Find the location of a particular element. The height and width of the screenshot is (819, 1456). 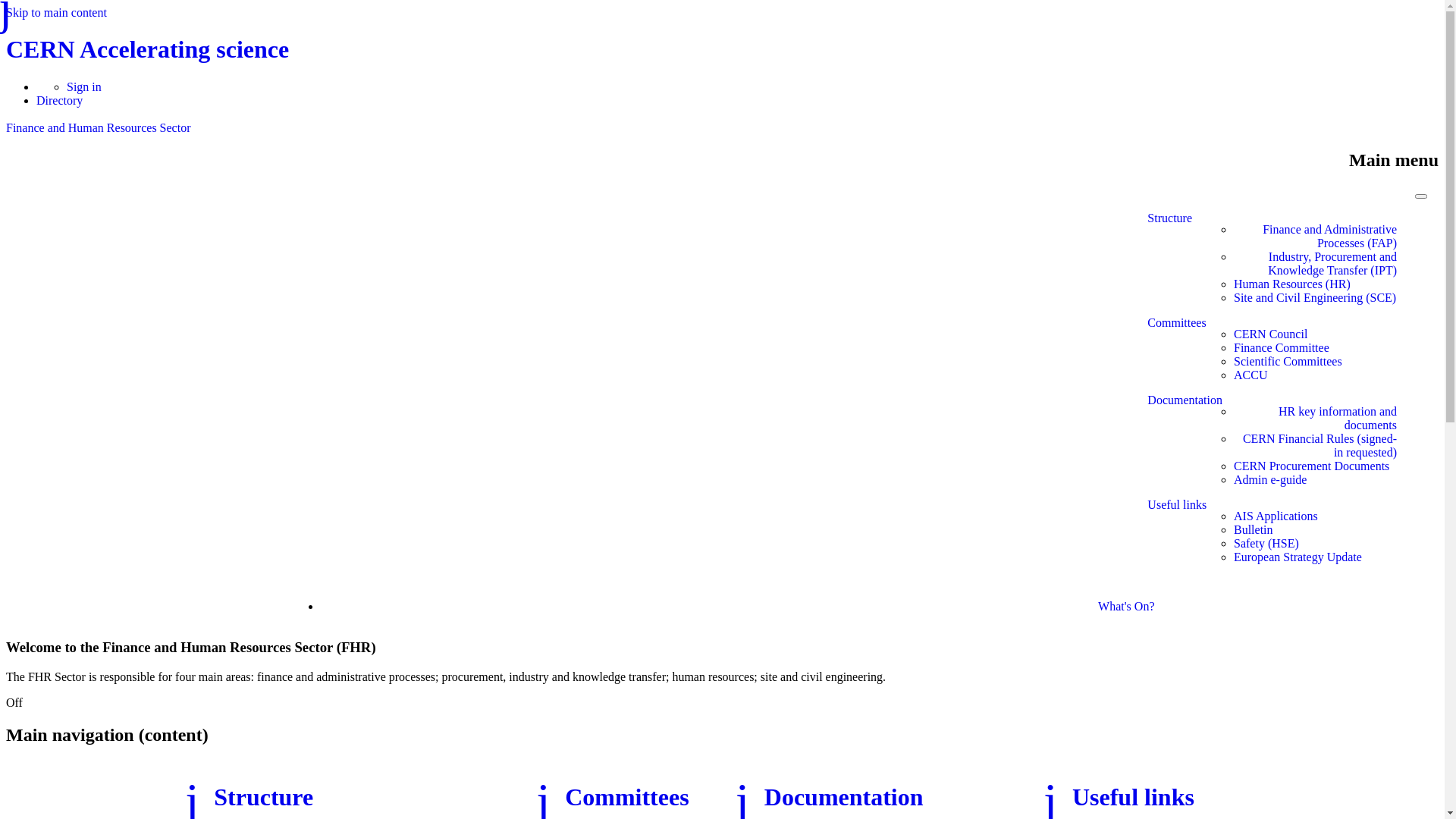

'Safety (HSE)' is located at coordinates (1234, 543).